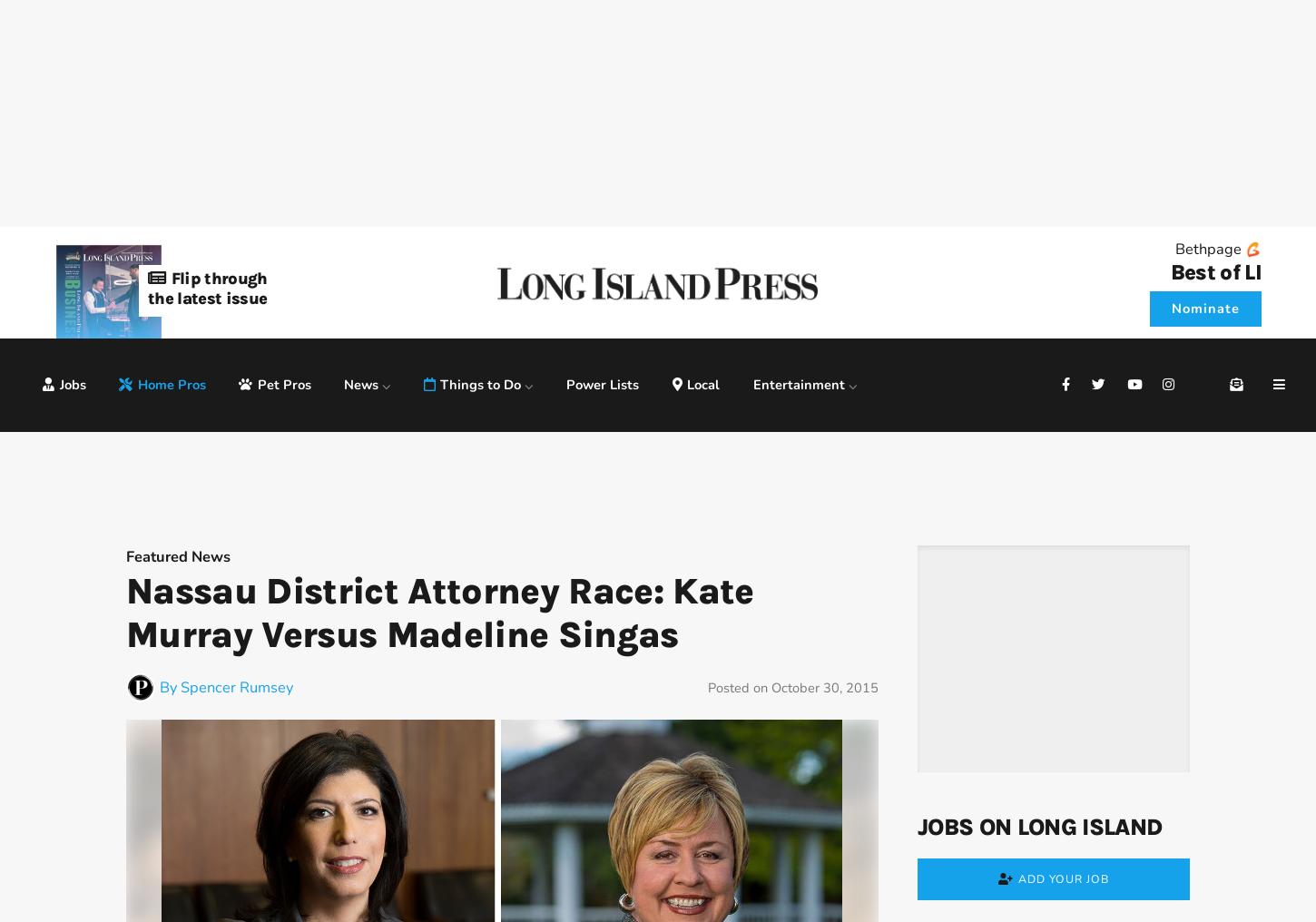 Image resolution: width=1316 pixels, height=922 pixels. What do you see at coordinates (169, 687) in the screenshot?
I see `'By'` at bounding box center [169, 687].